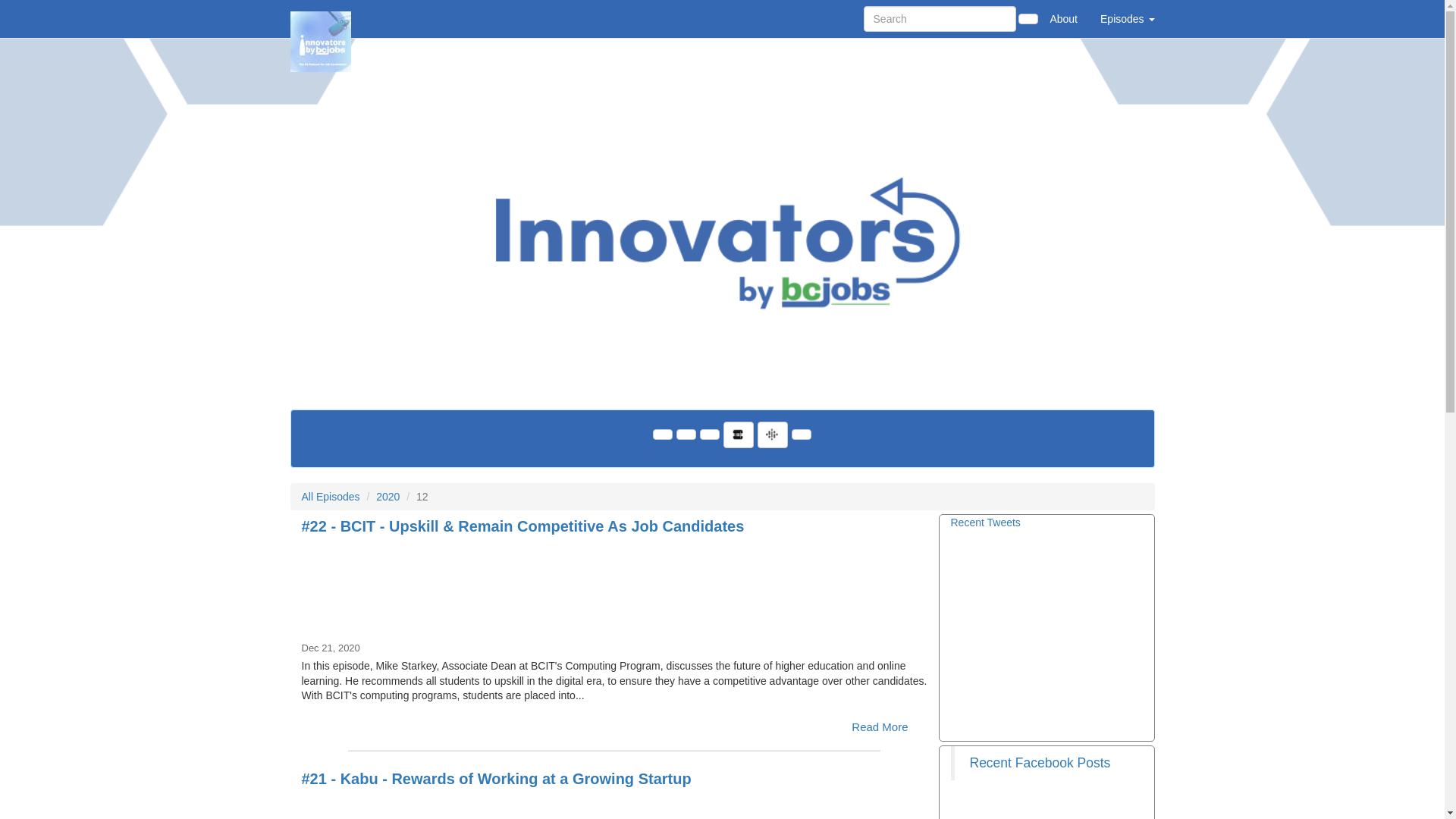 The width and height of the screenshot is (1456, 819). I want to click on '2020', so click(388, 497).